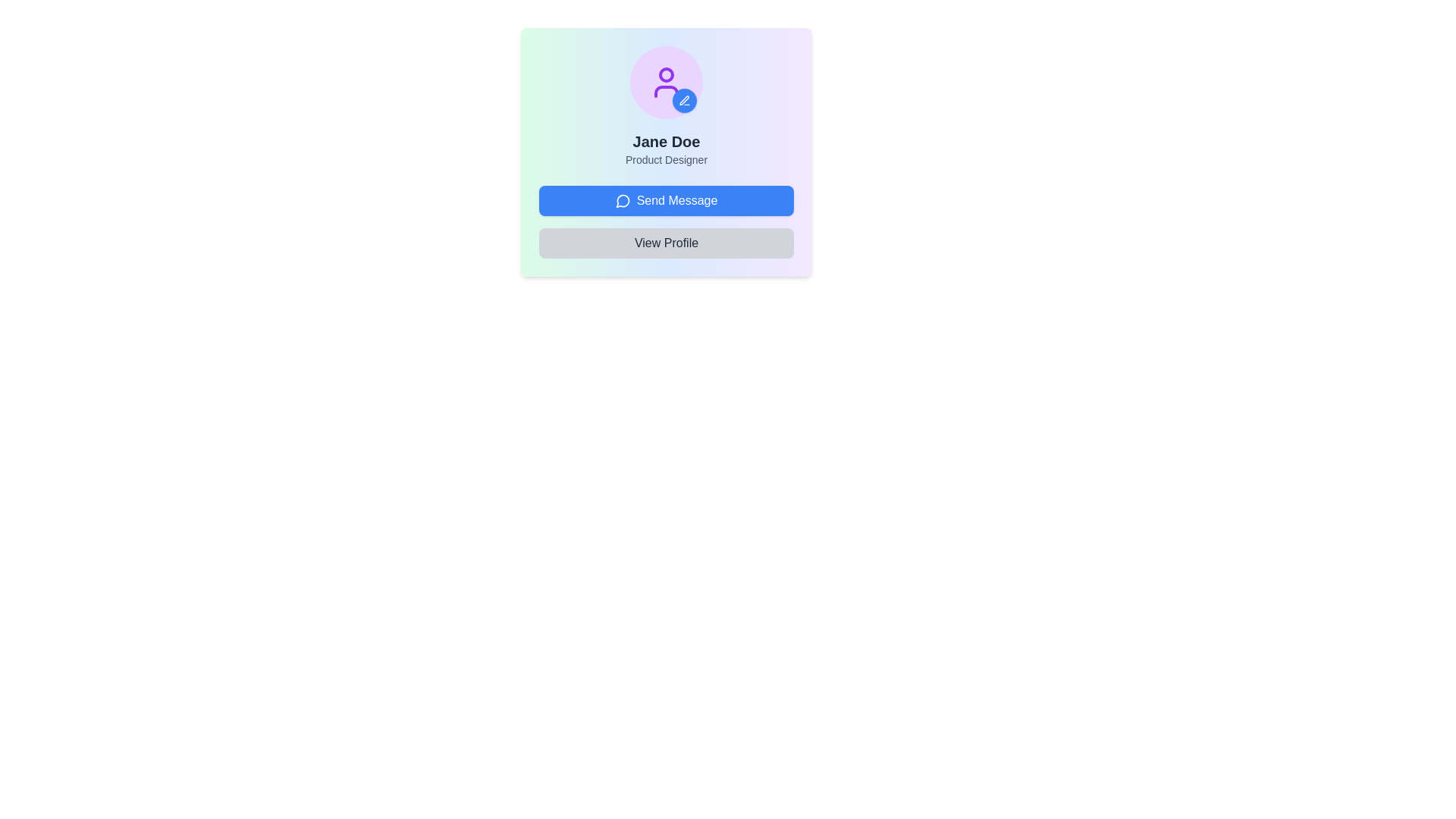  I want to click on the editing icon located at the bottom-right corner of the card interface, so click(683, 100).